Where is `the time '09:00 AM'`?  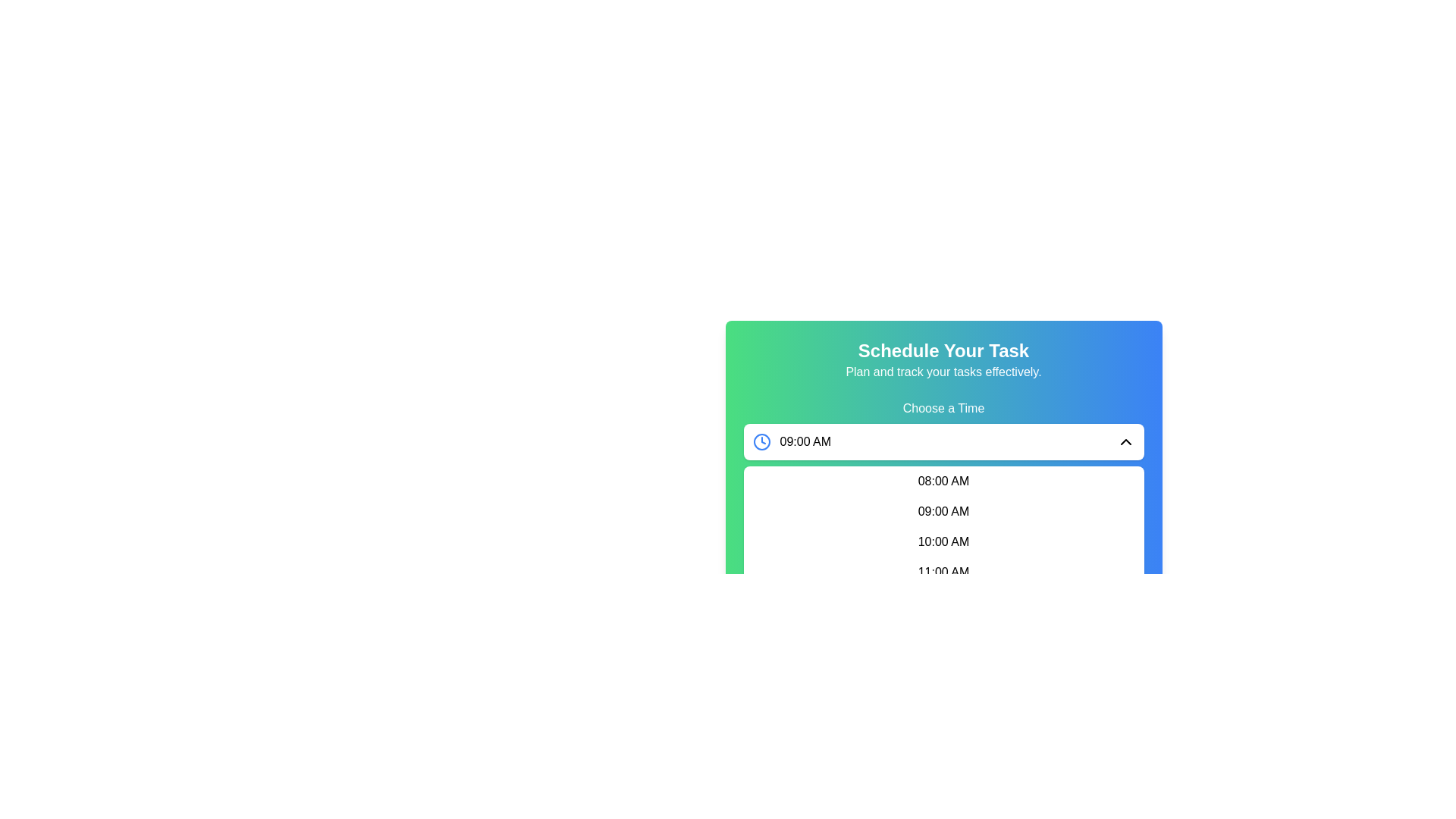 the time '09:00 AM' is located at coordinates (943, 512).